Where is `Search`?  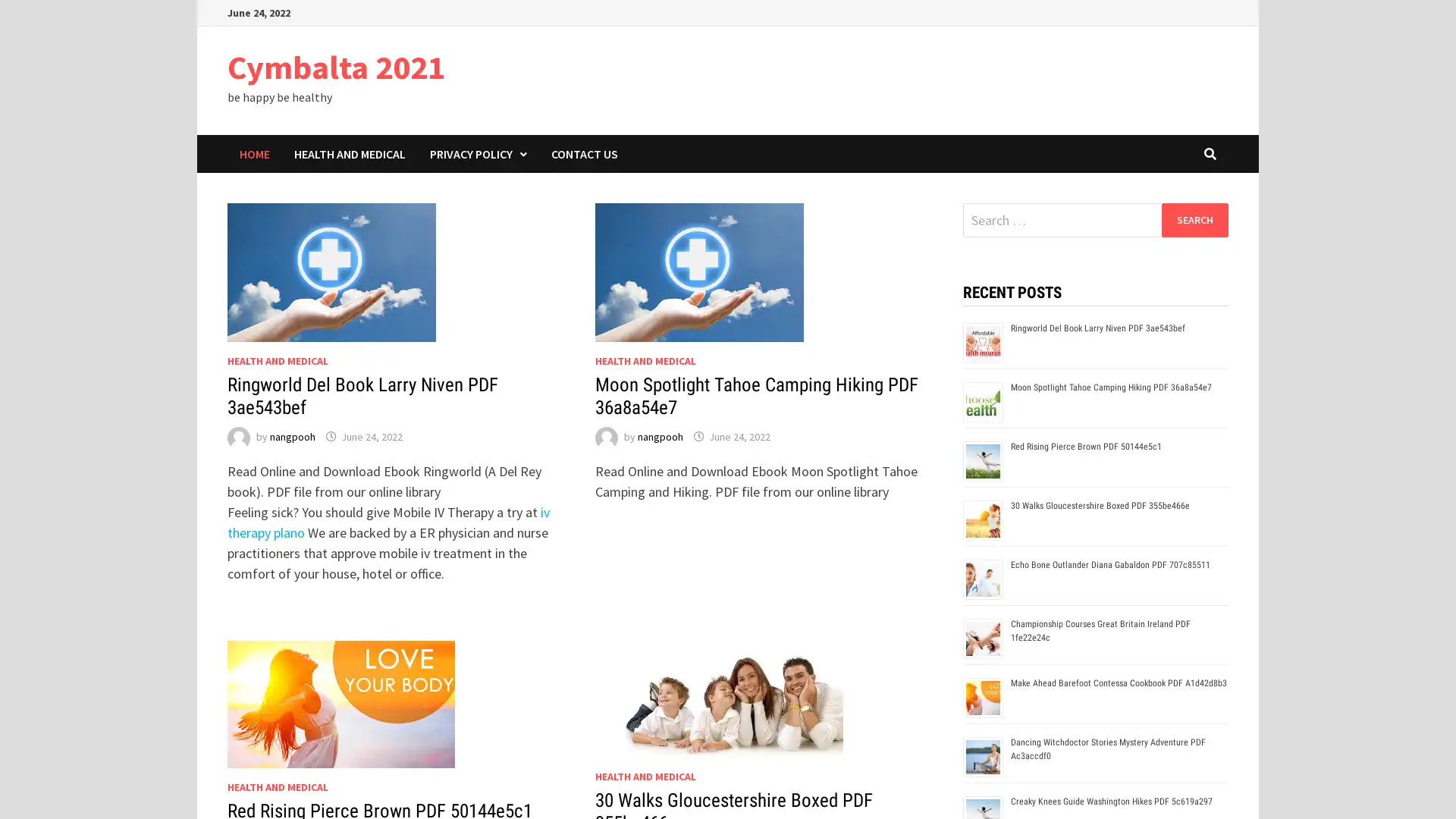
Search is located at coordinates (1194, 219).